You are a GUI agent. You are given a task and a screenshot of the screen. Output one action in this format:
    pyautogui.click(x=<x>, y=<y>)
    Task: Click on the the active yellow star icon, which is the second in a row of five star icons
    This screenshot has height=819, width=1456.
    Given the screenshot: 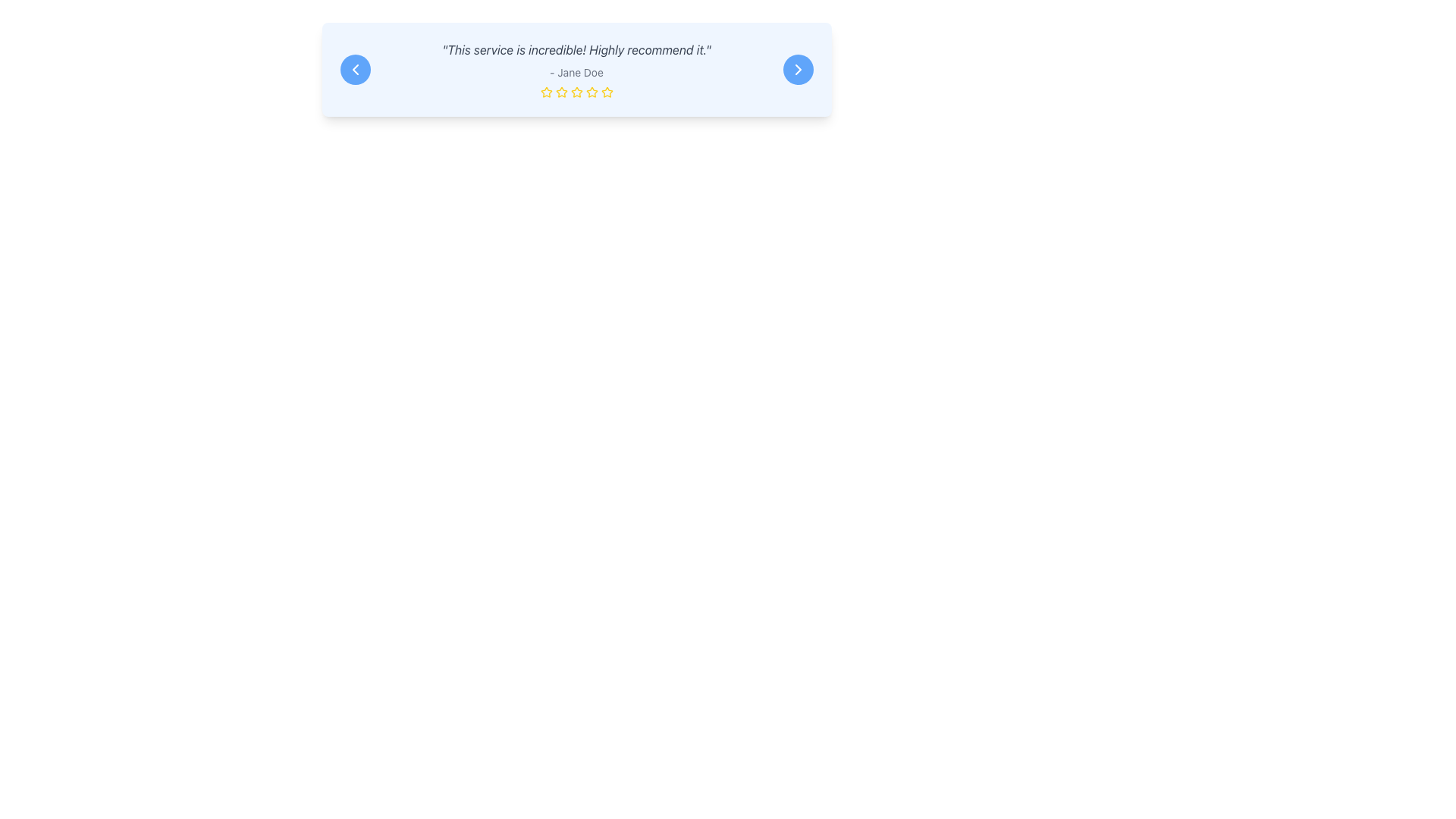 What is the action you would take?
    pyautogui.click(x=575, y=91)
    